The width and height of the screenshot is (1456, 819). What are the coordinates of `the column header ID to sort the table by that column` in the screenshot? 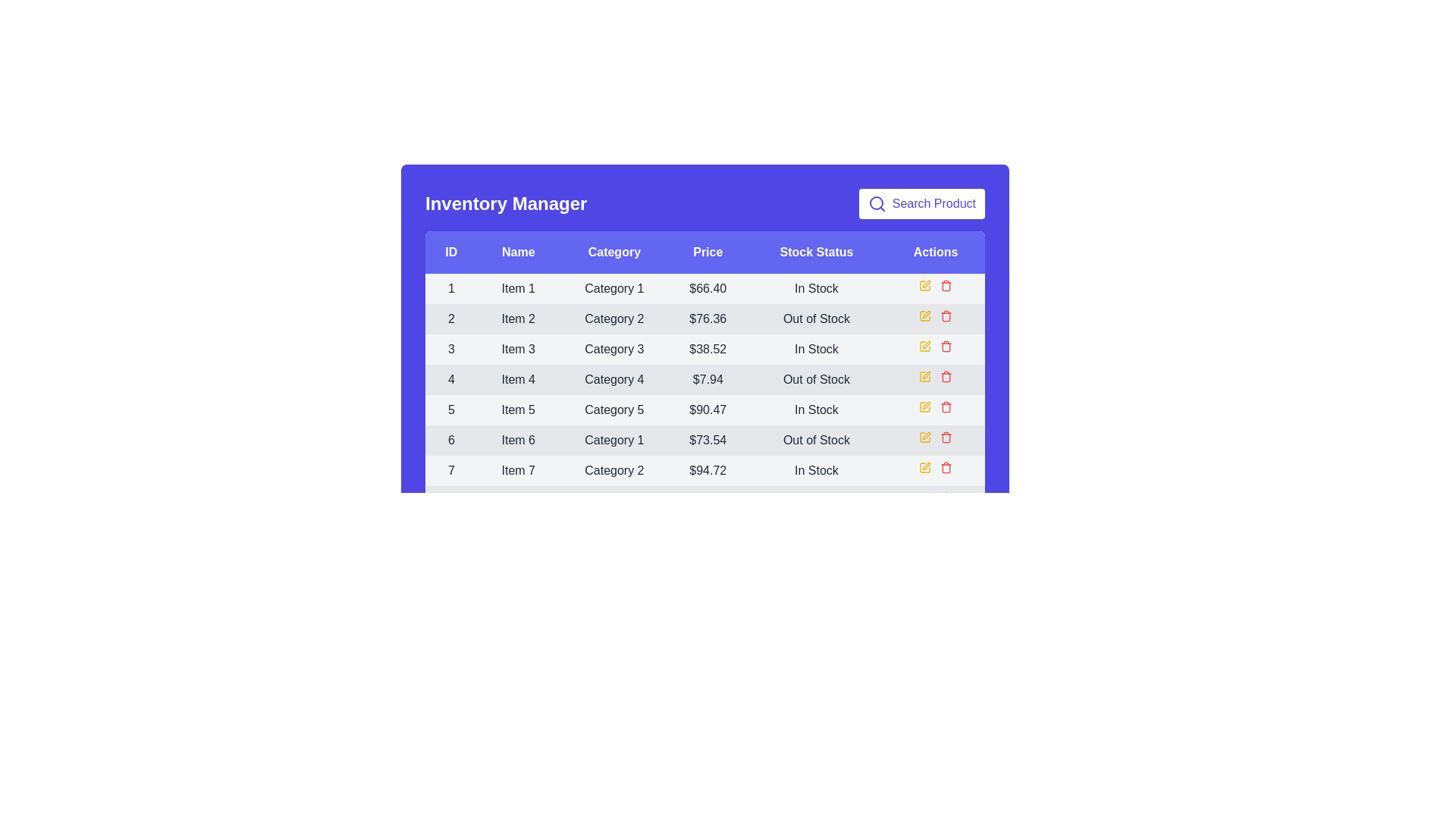 It's located at (450, 251).